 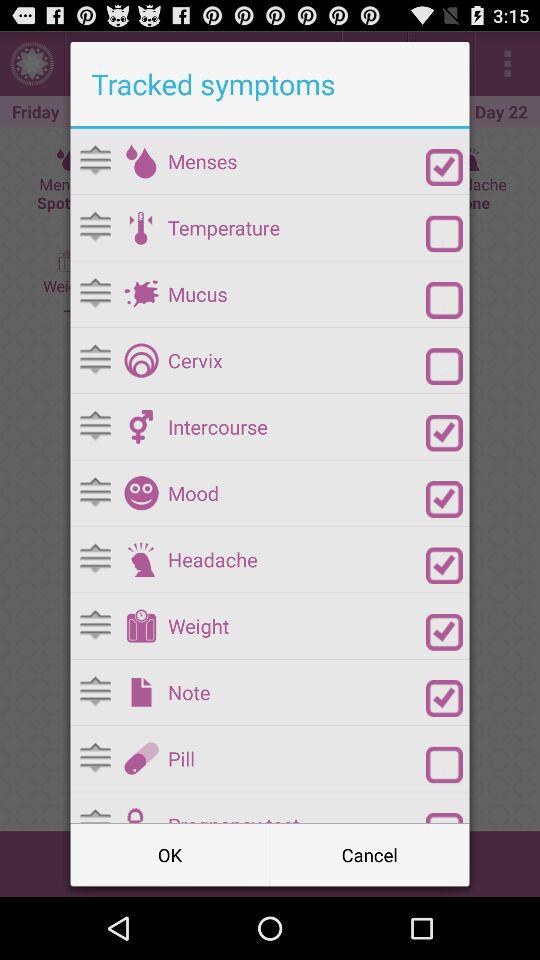 I want to click on the temperature icon, so click(x=296, y=227).